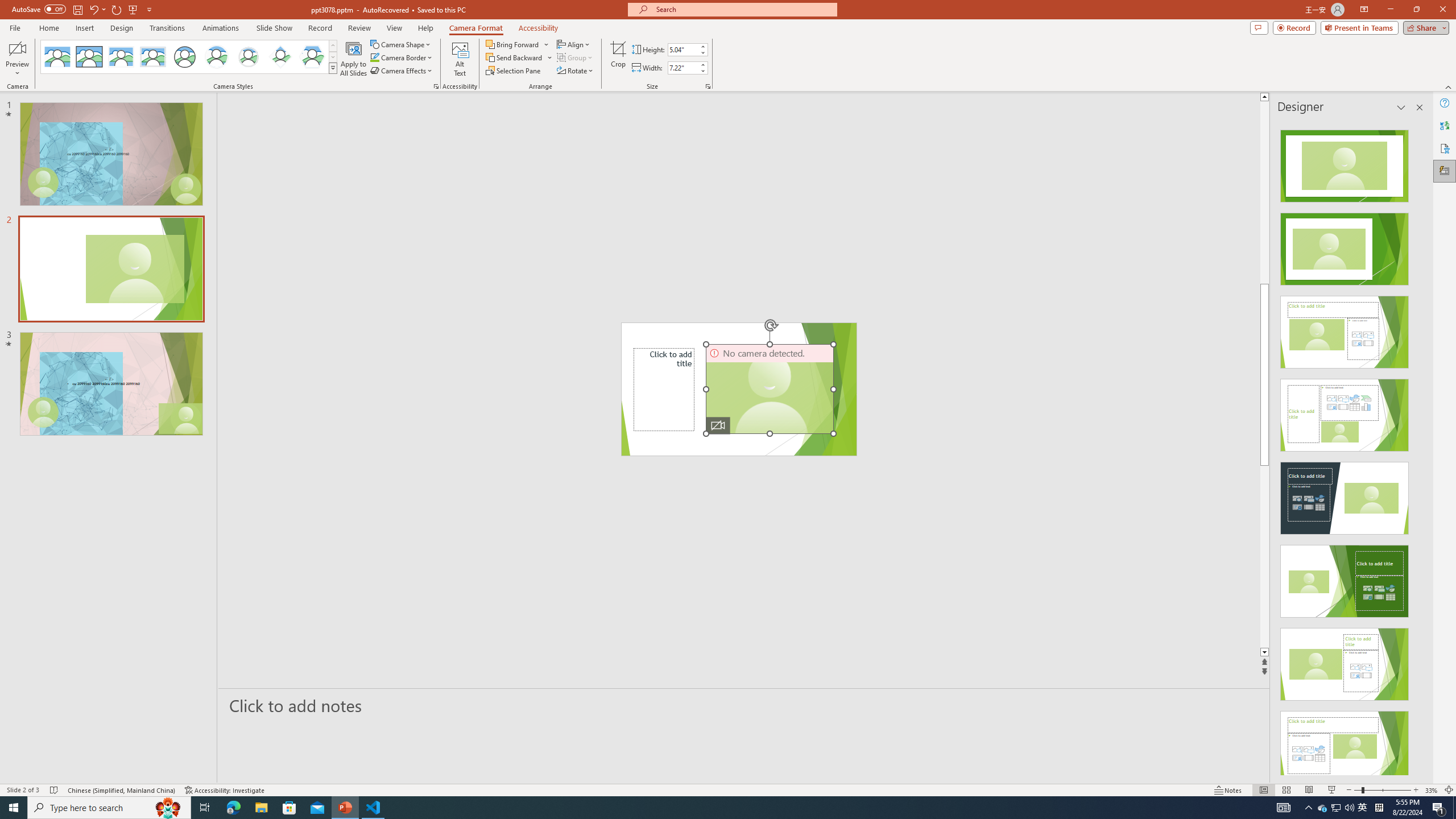 This screenshot has width=1456, height=819. What do you see at coordinates (333, 67) in the screenshot?
I see `'Camera Styles'` at bounding box center [333, 67].